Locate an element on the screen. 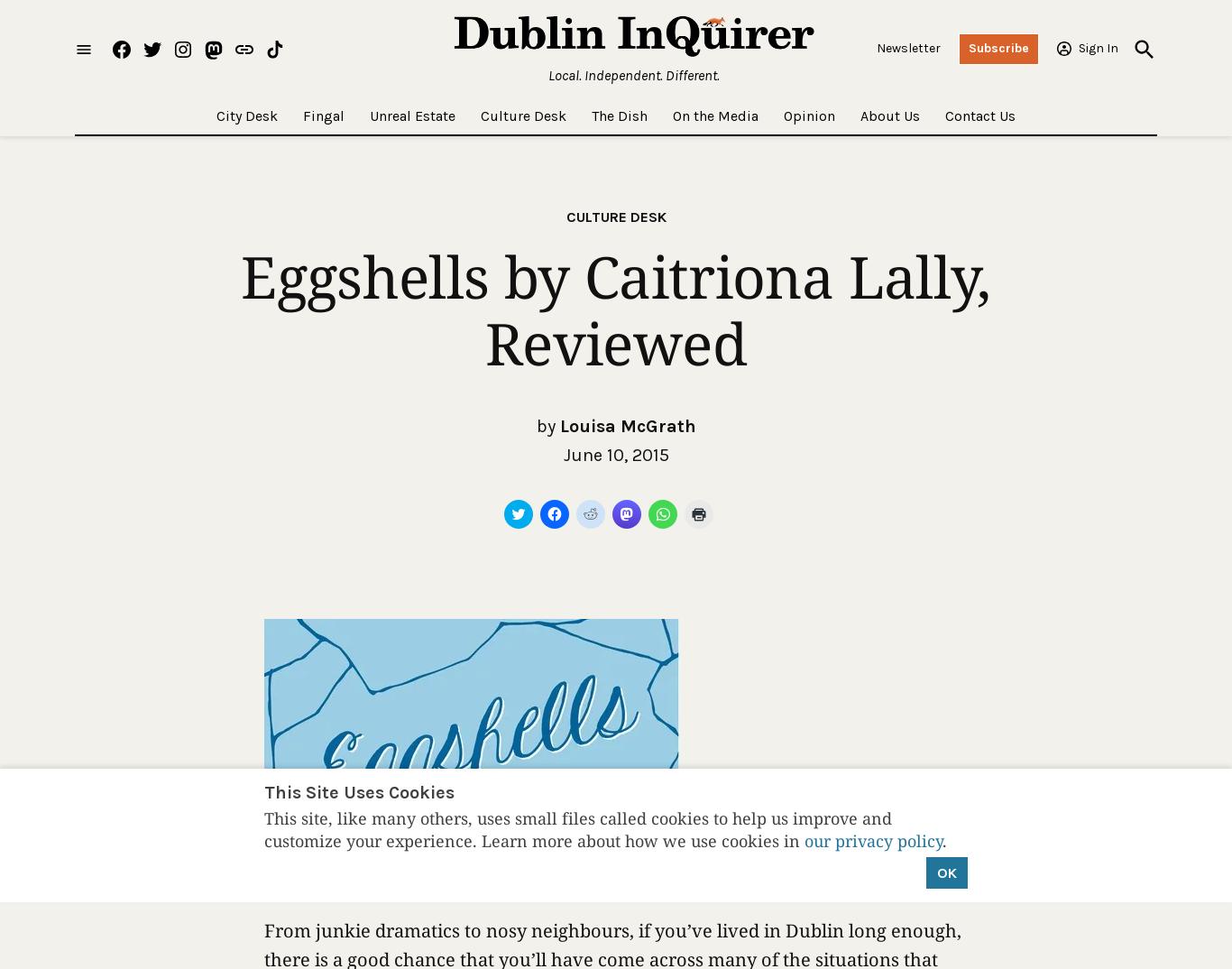 The height and width of the screenshot is (969, 1232). 'Sign up for free and get an extra article.' is located at coordinates (469, 404).